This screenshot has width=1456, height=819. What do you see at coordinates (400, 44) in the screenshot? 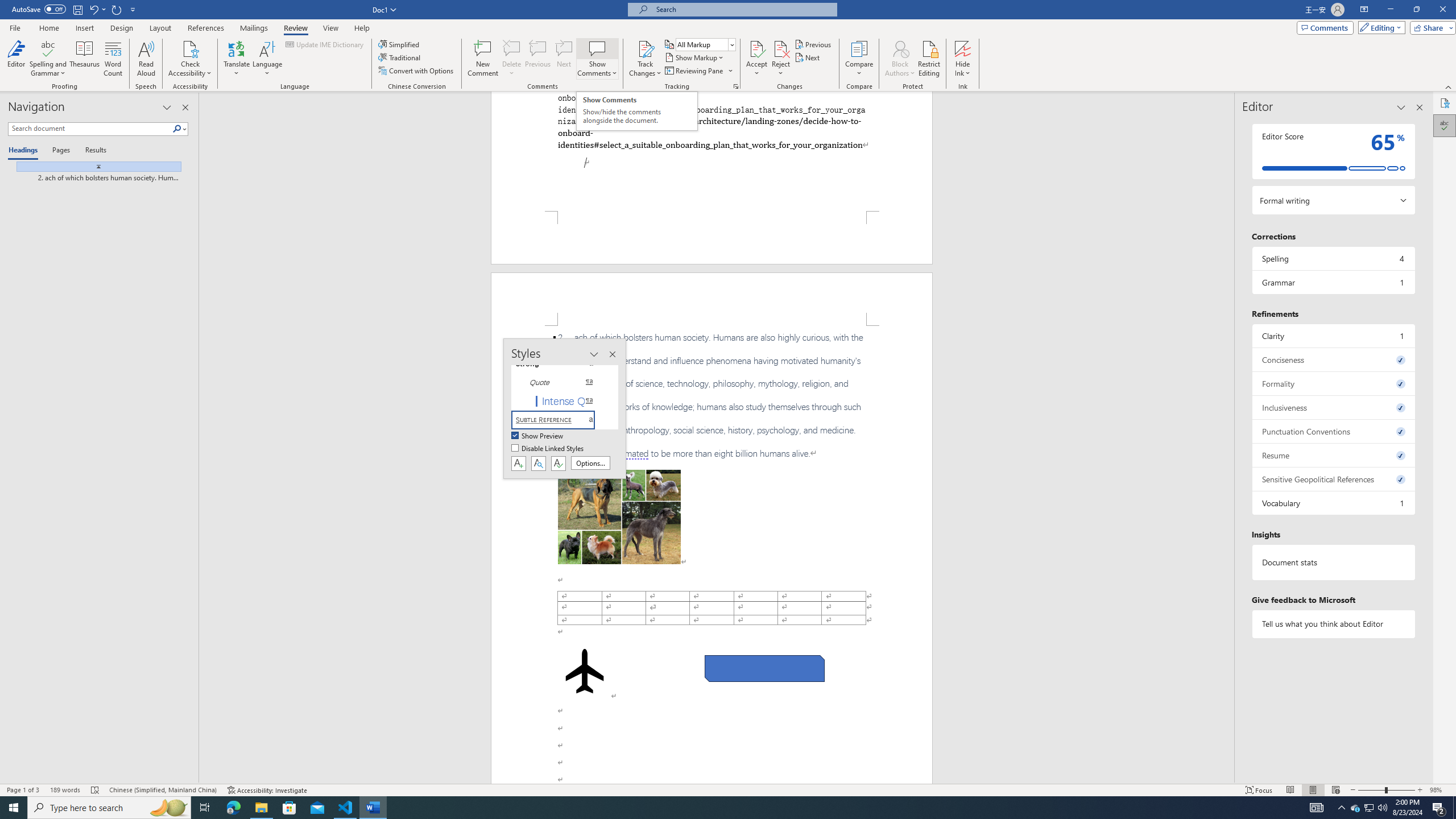
I see `'Simplified'` at bounding box center [400, 44].